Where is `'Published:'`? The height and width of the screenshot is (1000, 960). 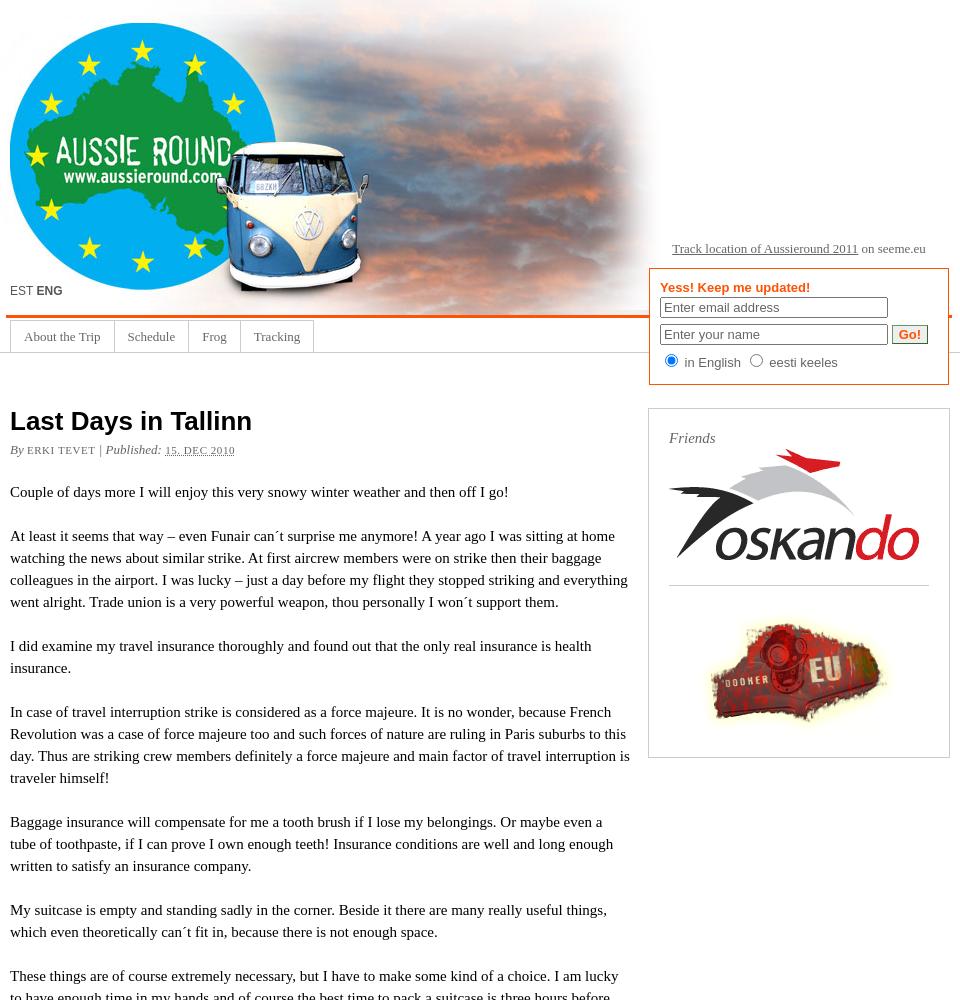 'Published:' is located at coordinates (105, 448).